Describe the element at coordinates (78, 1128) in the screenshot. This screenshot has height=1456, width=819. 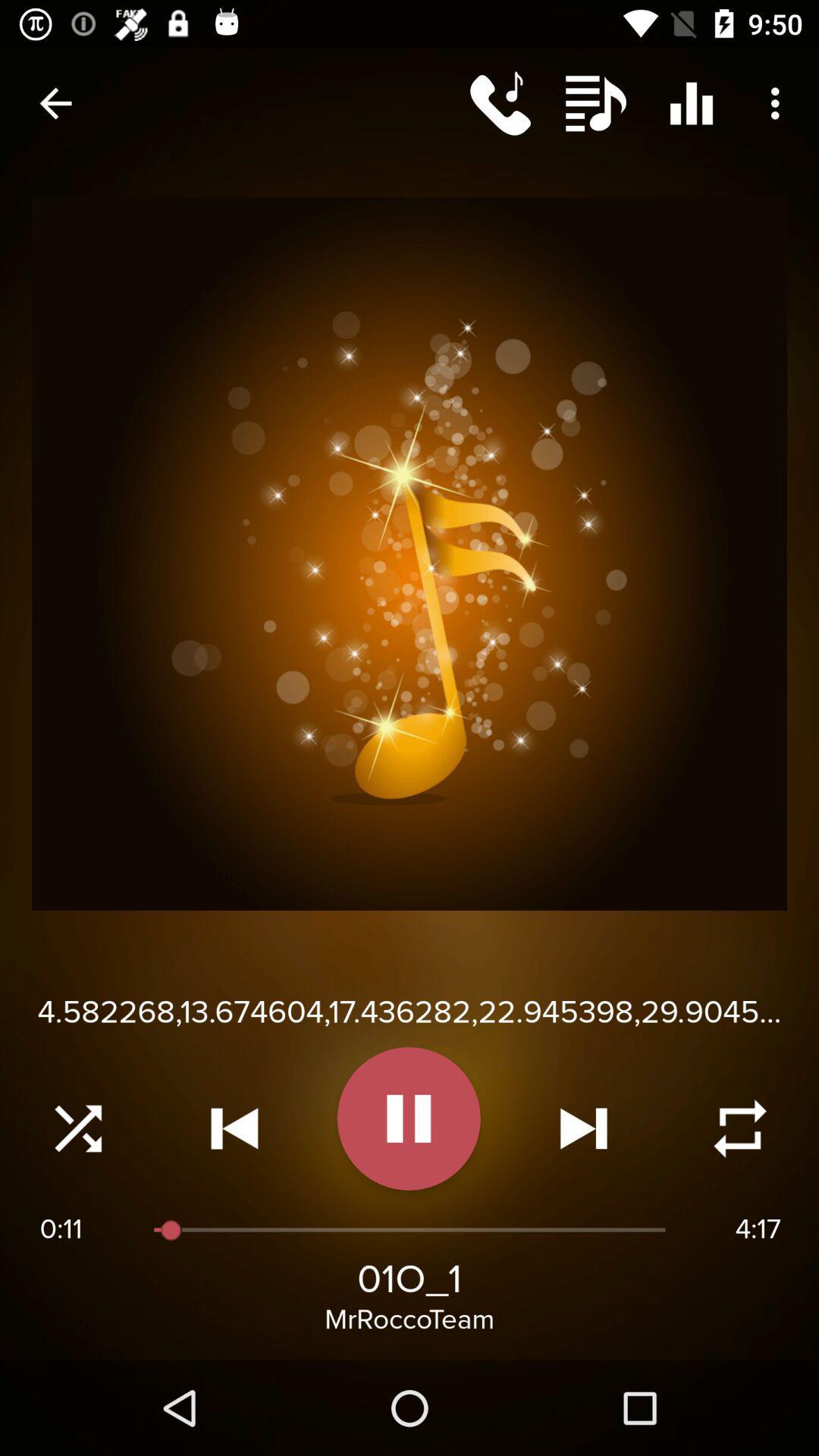
I see `random songs` at that location.